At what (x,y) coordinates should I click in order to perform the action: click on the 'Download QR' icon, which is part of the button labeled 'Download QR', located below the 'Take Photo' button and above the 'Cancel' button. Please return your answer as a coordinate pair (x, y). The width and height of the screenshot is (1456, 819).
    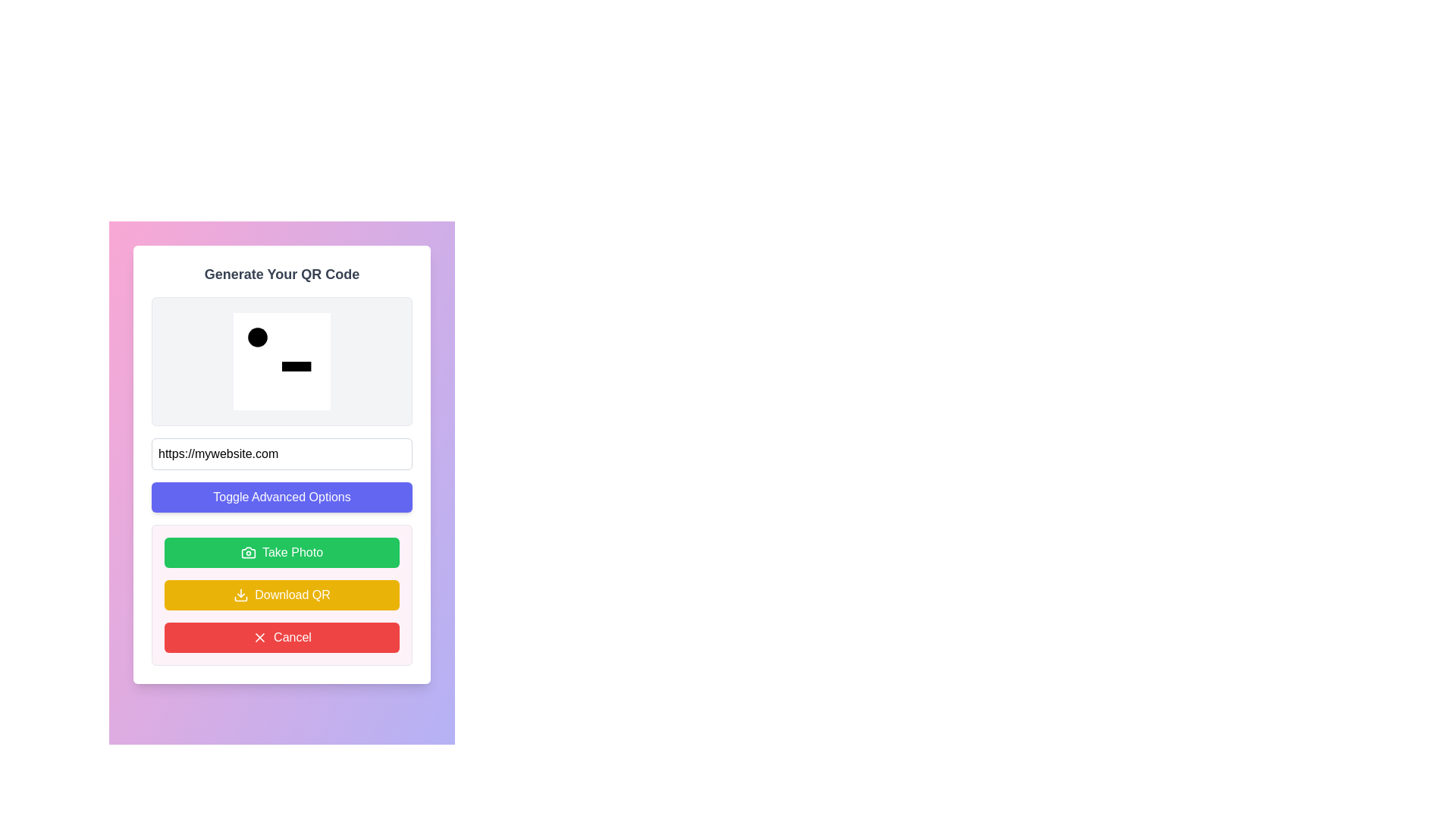
    Looking at the image, I should click on (240, 595).